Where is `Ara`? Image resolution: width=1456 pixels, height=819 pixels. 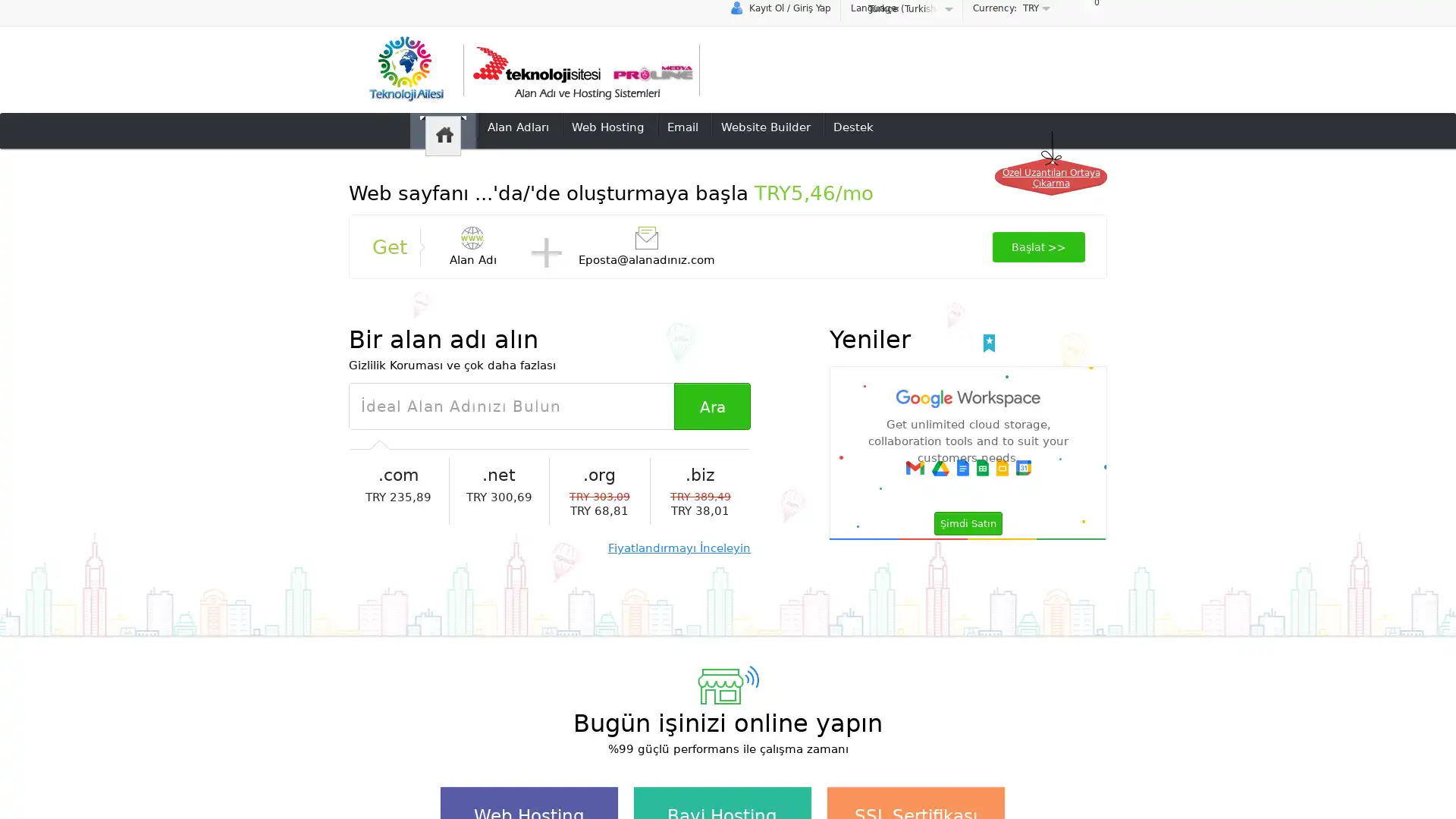 Ara is located at coordinates (711, 405).